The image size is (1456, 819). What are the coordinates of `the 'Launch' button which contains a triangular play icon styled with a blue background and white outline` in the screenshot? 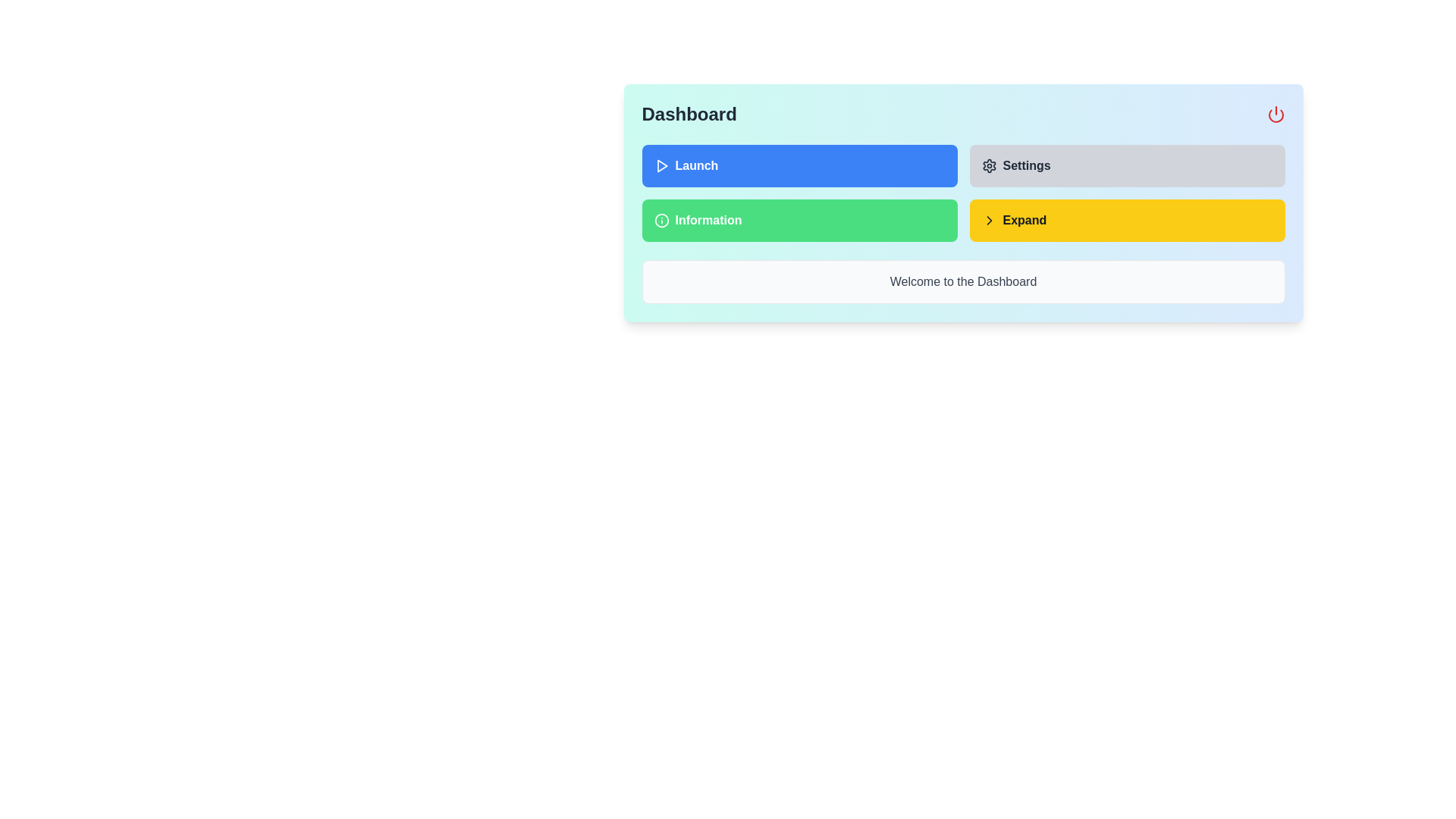 It's located at (661, 166).